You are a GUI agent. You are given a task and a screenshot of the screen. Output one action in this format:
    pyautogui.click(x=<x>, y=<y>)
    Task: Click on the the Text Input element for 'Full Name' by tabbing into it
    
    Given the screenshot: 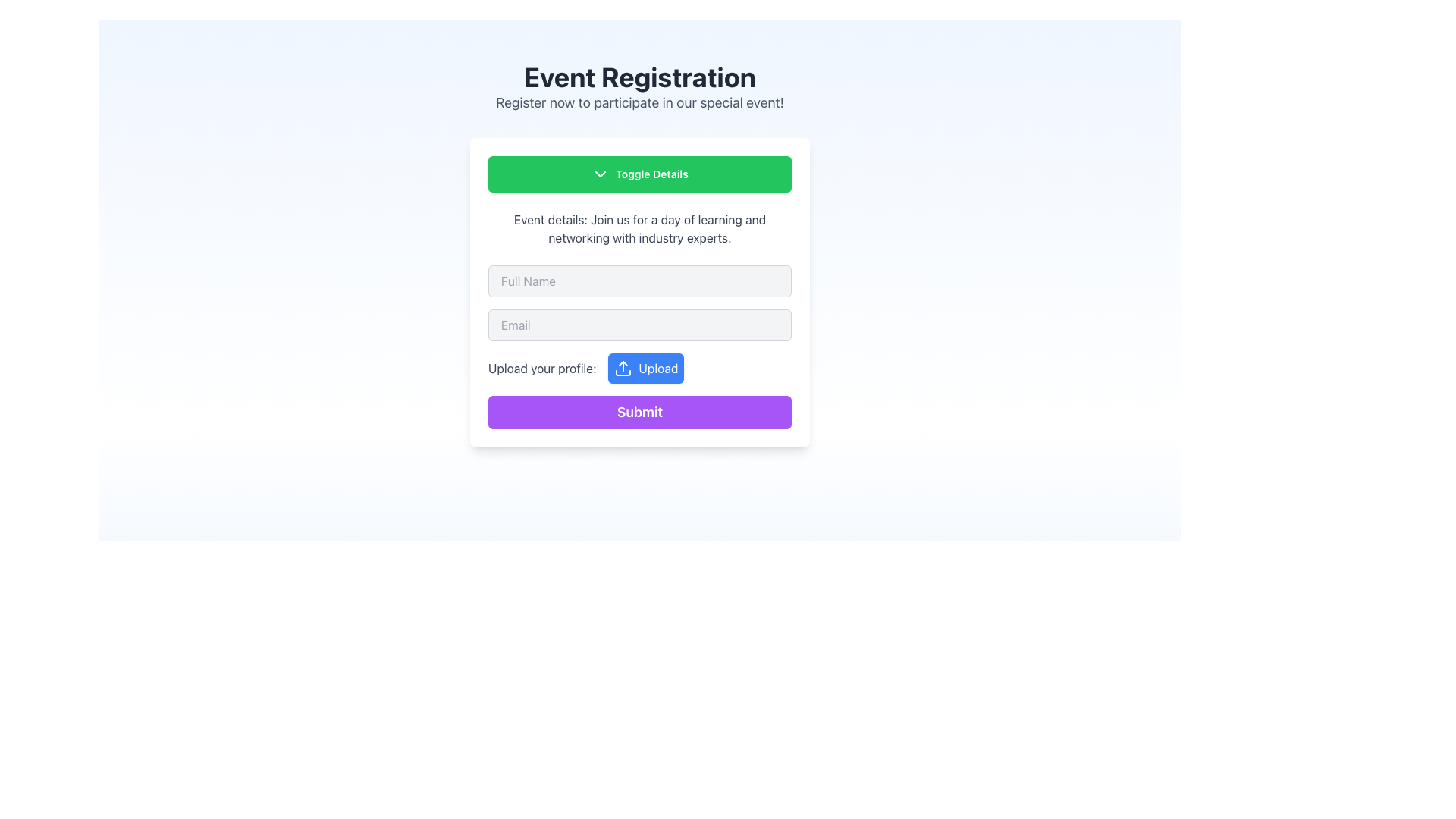 What is the action you would take?
    pyautogui.click(x=640, y=281)
    